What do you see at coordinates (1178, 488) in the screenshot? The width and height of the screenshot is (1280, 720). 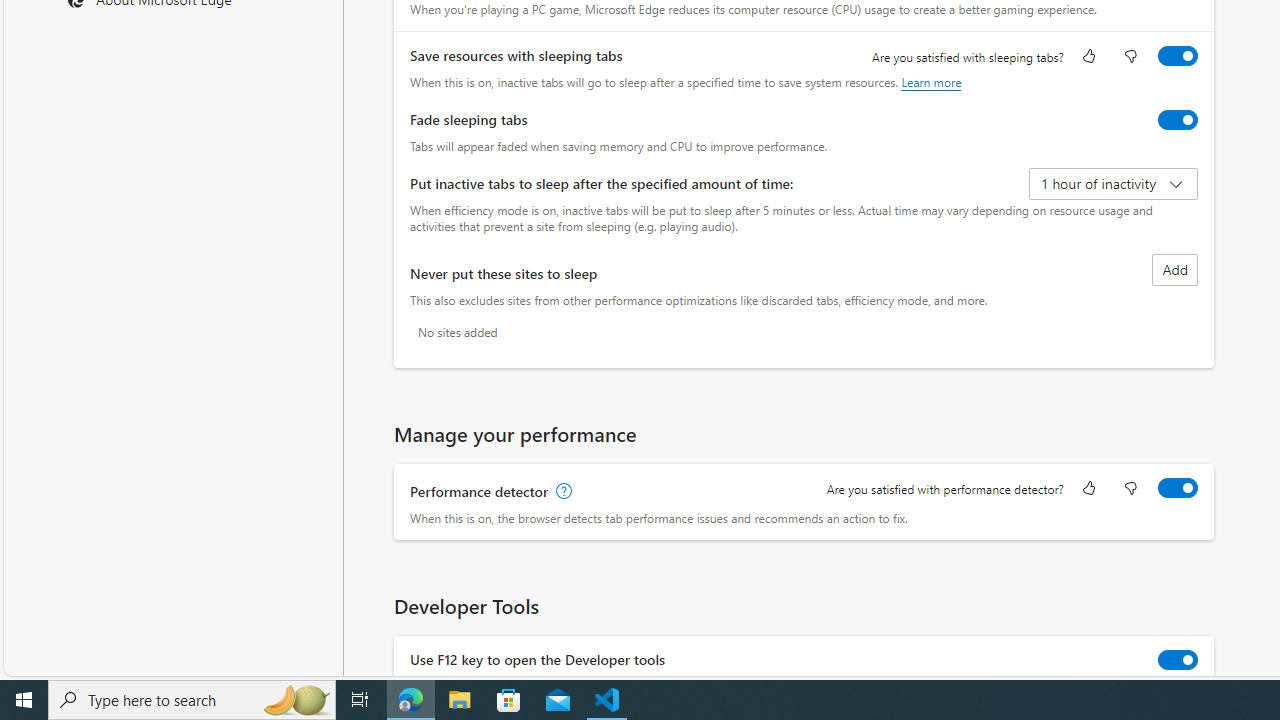 I see `'Performance detector'` at bounding box center [1178, 488].